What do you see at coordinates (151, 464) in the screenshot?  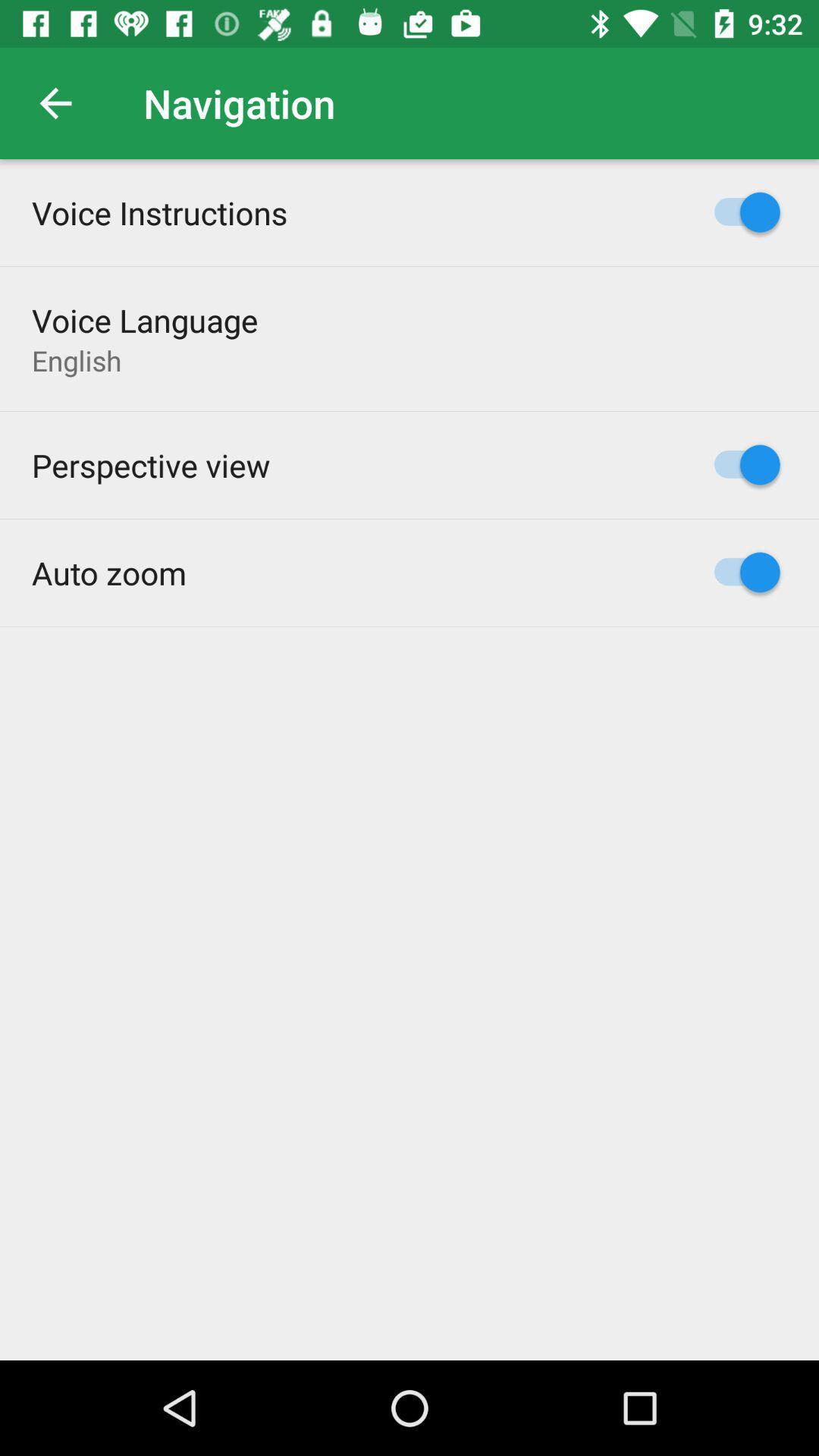 I see `the perspective view` at bounding box center [151, 464].